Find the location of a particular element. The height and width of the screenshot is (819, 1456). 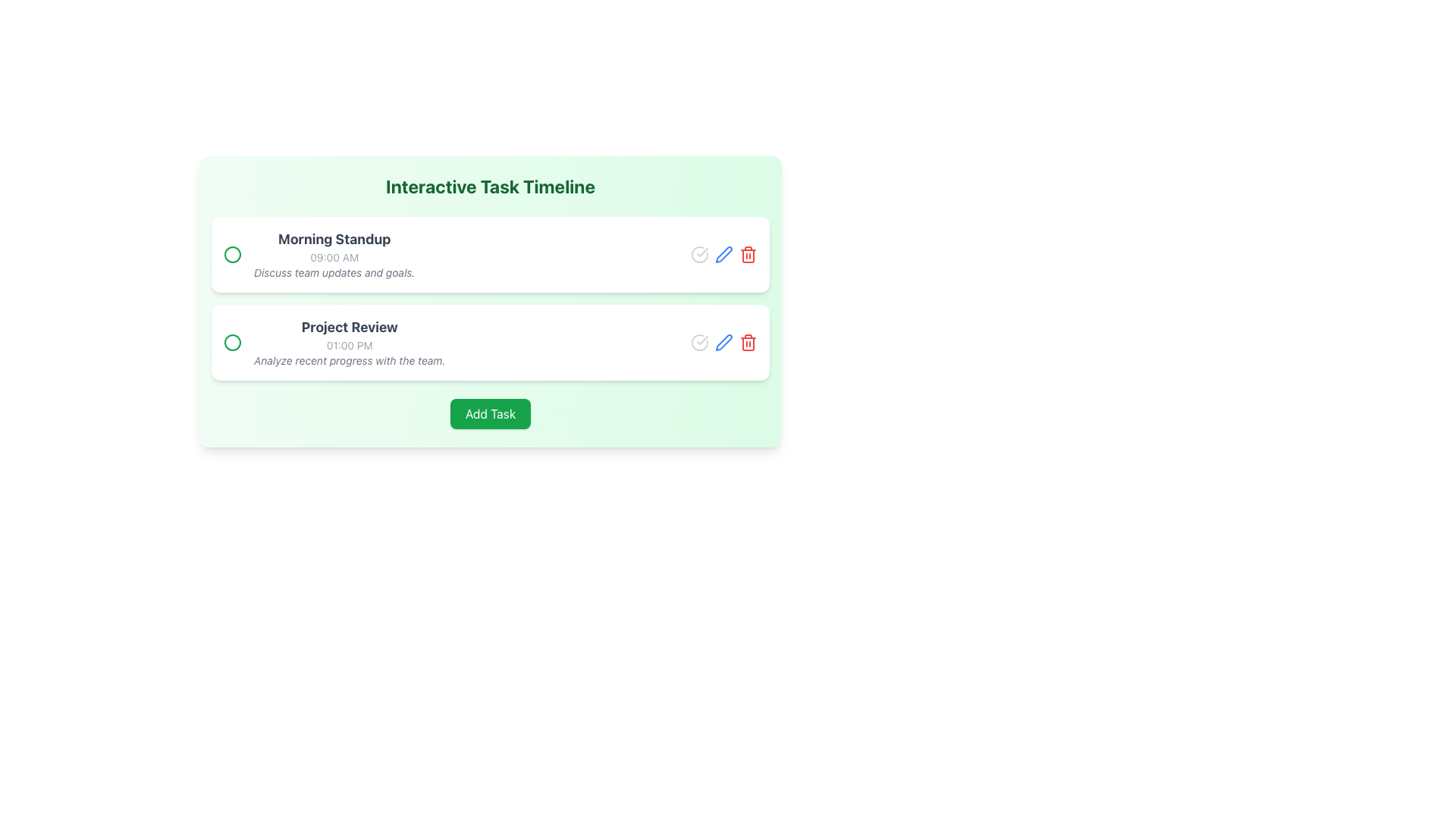

the header element displaying 'Morning Standup' is located at coordinates (334, 239).